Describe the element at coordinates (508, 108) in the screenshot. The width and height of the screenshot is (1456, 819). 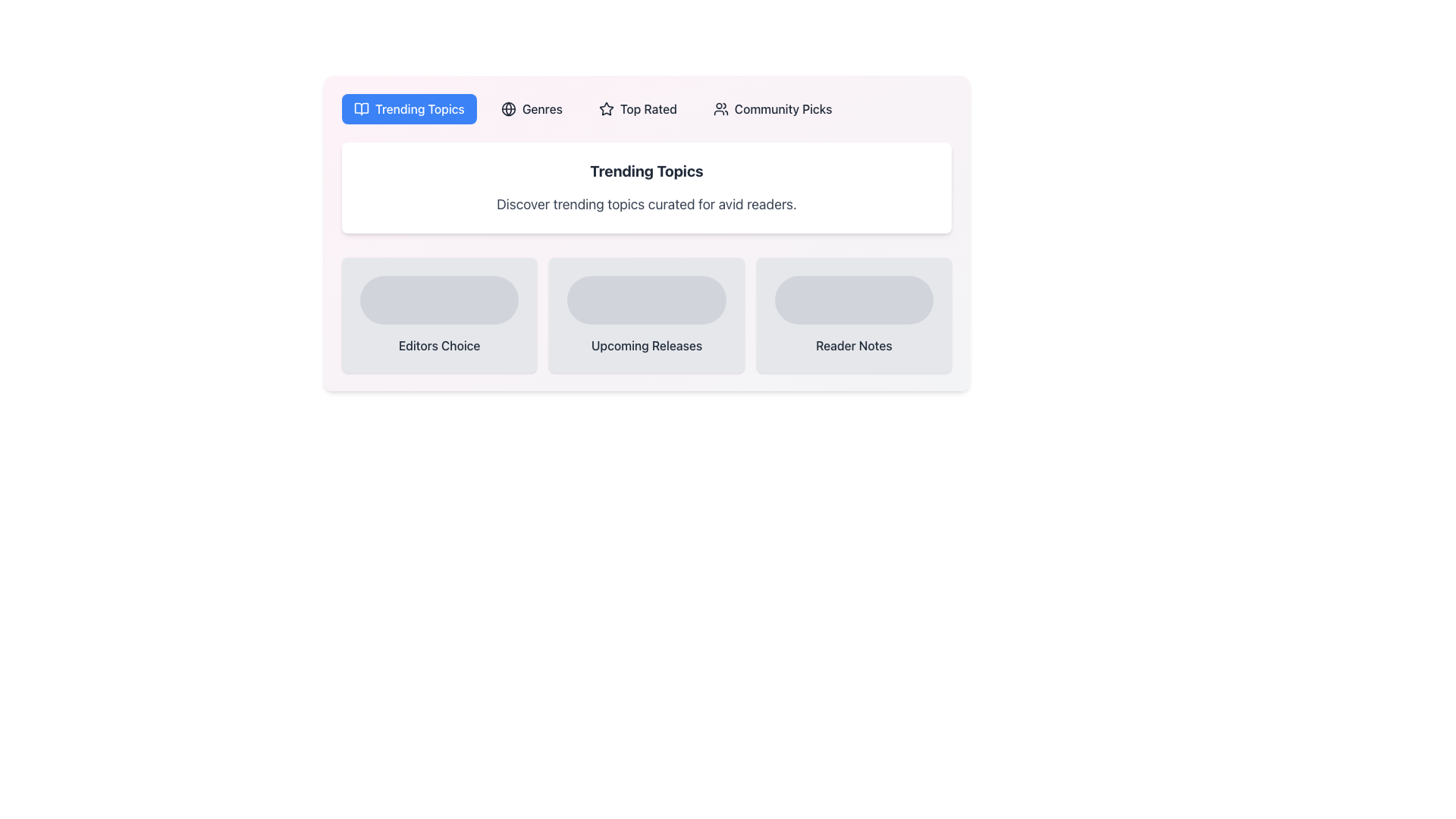
I see `the circular SVG element with a medium stroke, located to the right of the 'Trending Topics' label in the top navigation bar` at that location.